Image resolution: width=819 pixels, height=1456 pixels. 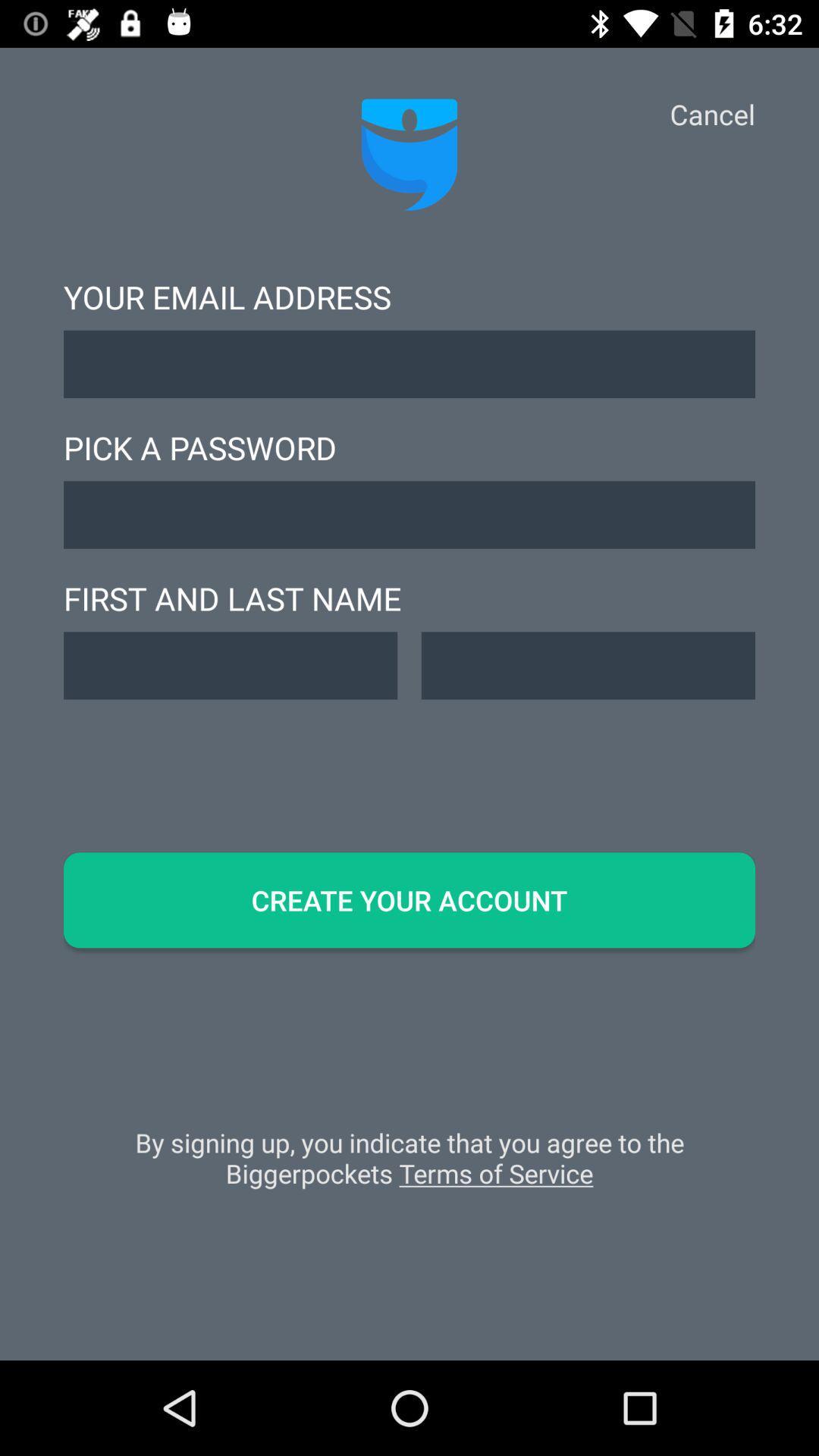 I want to click on the create your account, so click(x=409, y=900).